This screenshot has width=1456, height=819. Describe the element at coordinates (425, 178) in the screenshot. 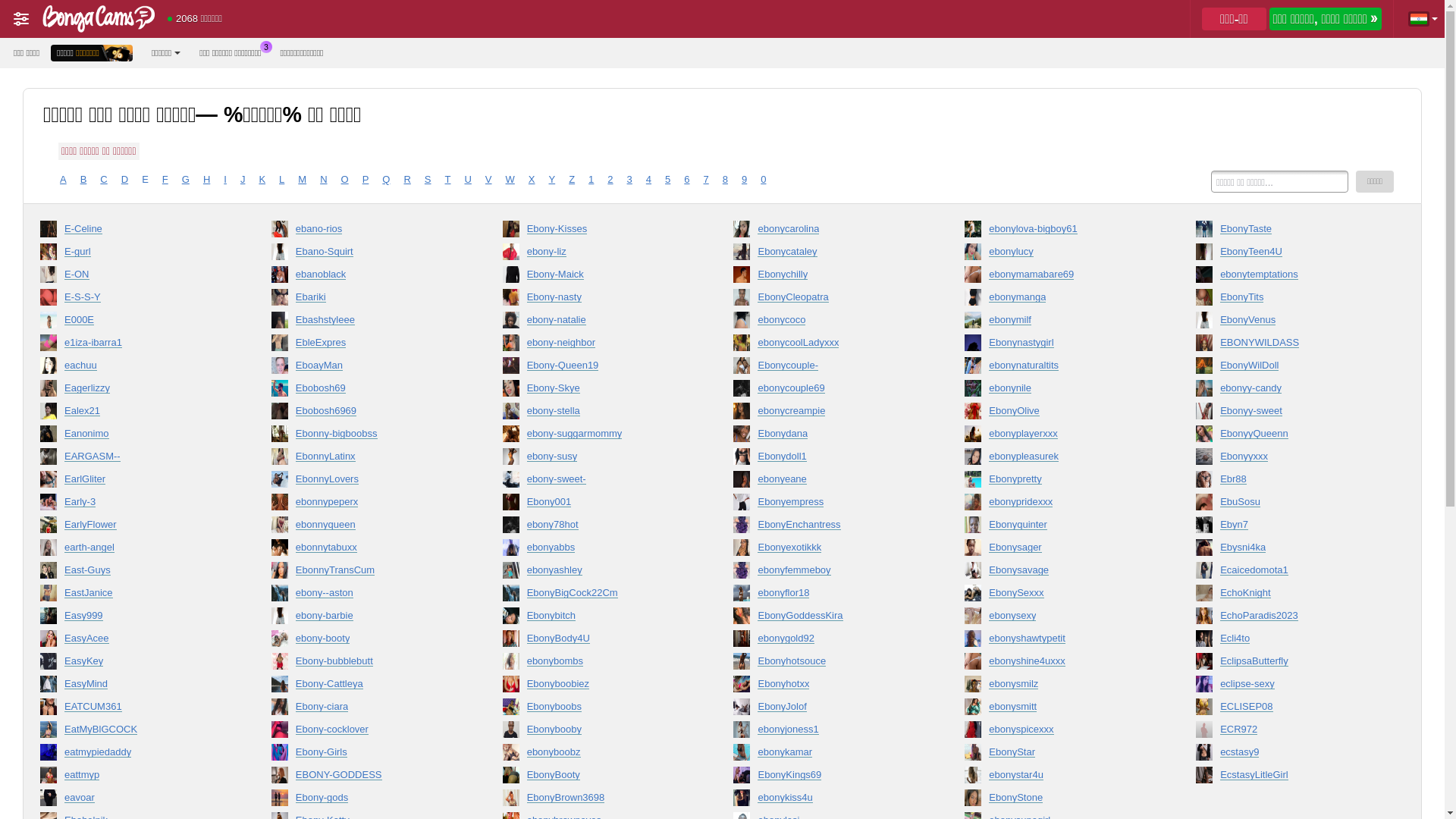

I see `'S'` at that location.